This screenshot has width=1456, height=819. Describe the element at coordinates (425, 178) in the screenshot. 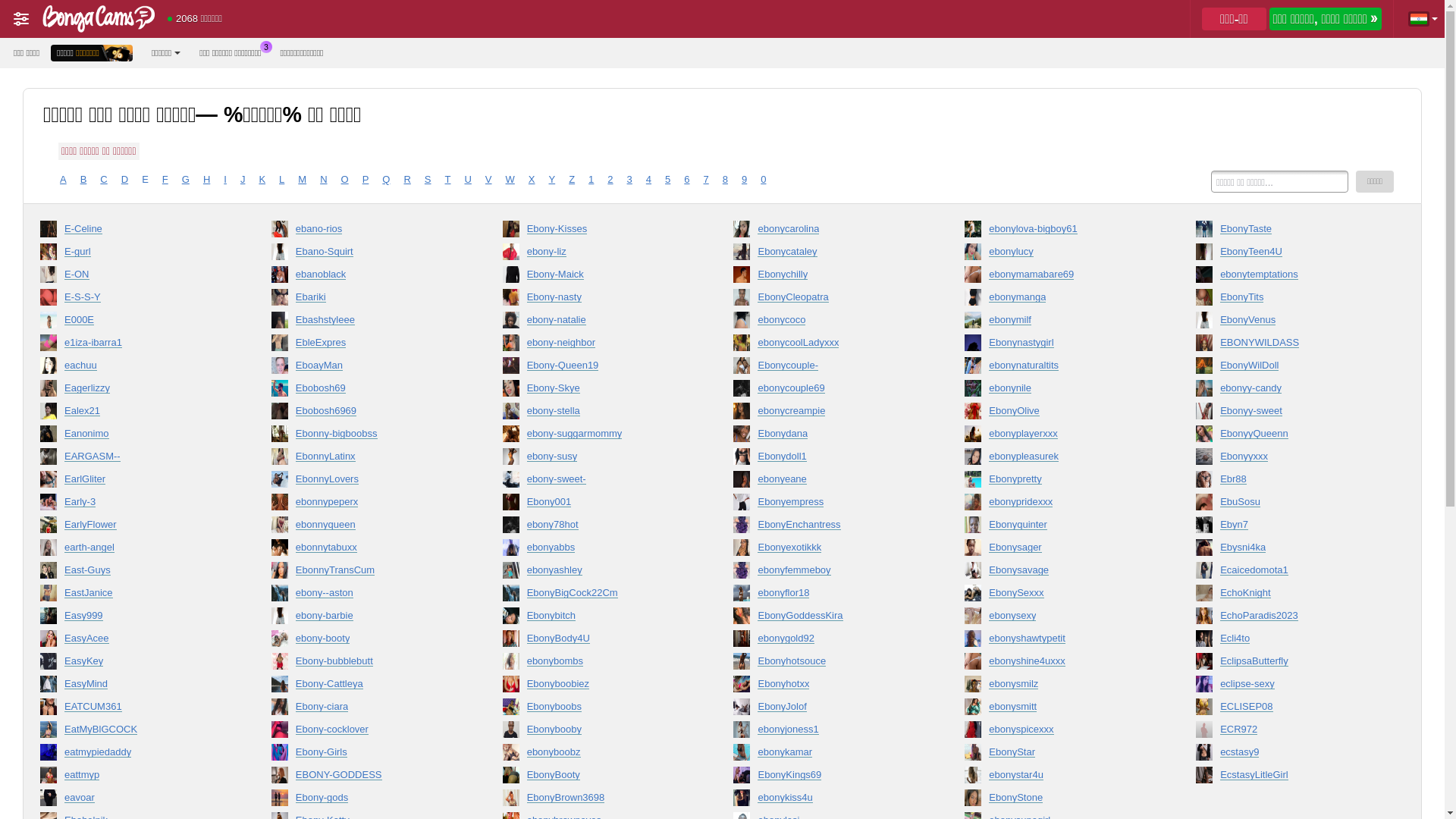

I see `'S'` at that location.